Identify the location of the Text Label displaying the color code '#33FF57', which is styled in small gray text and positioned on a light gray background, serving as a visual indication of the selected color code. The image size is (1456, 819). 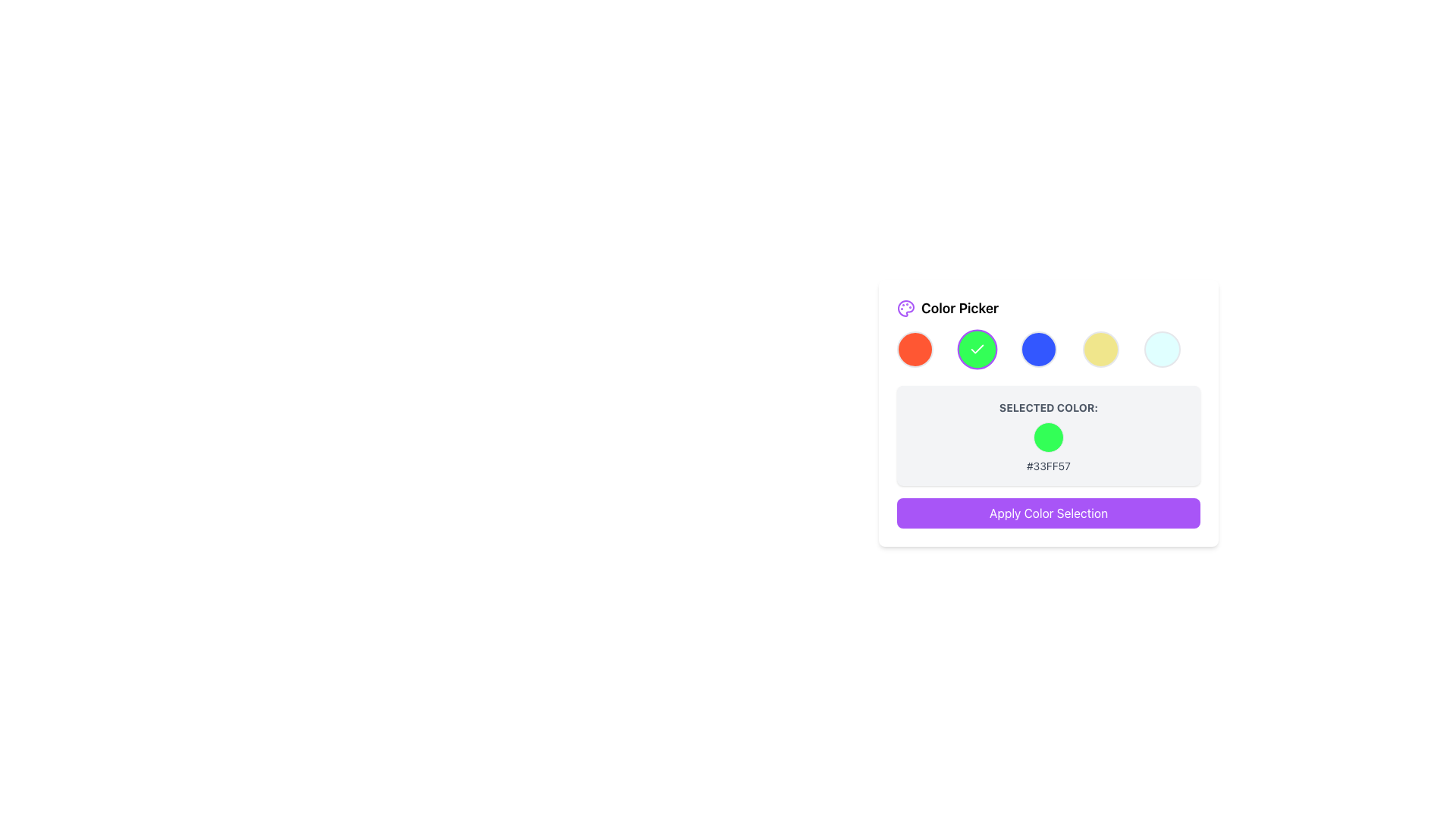
(1047, 465).